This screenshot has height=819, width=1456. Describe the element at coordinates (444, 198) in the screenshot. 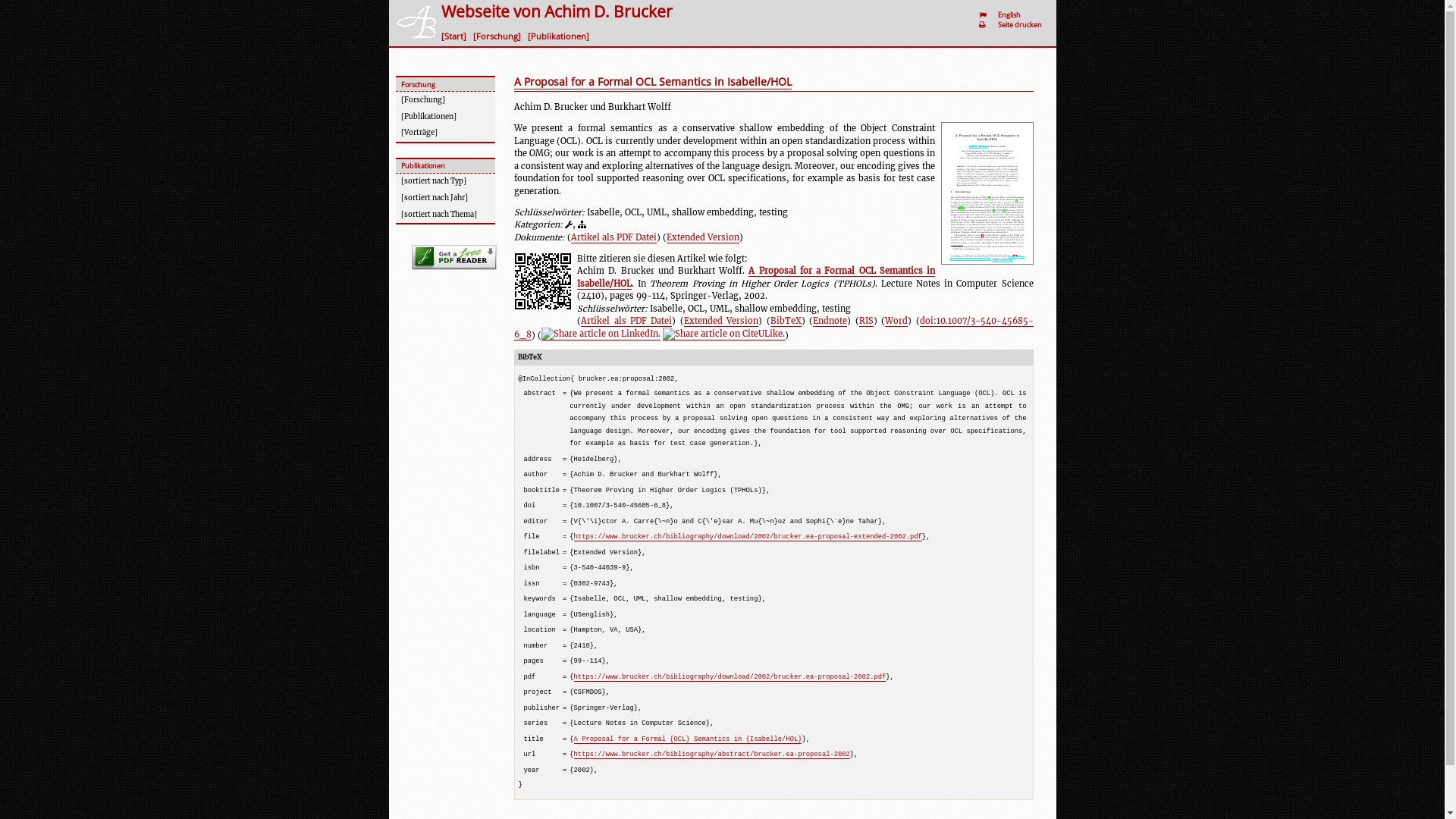

I see `'[sortiert nach Jahr]'` at that location.